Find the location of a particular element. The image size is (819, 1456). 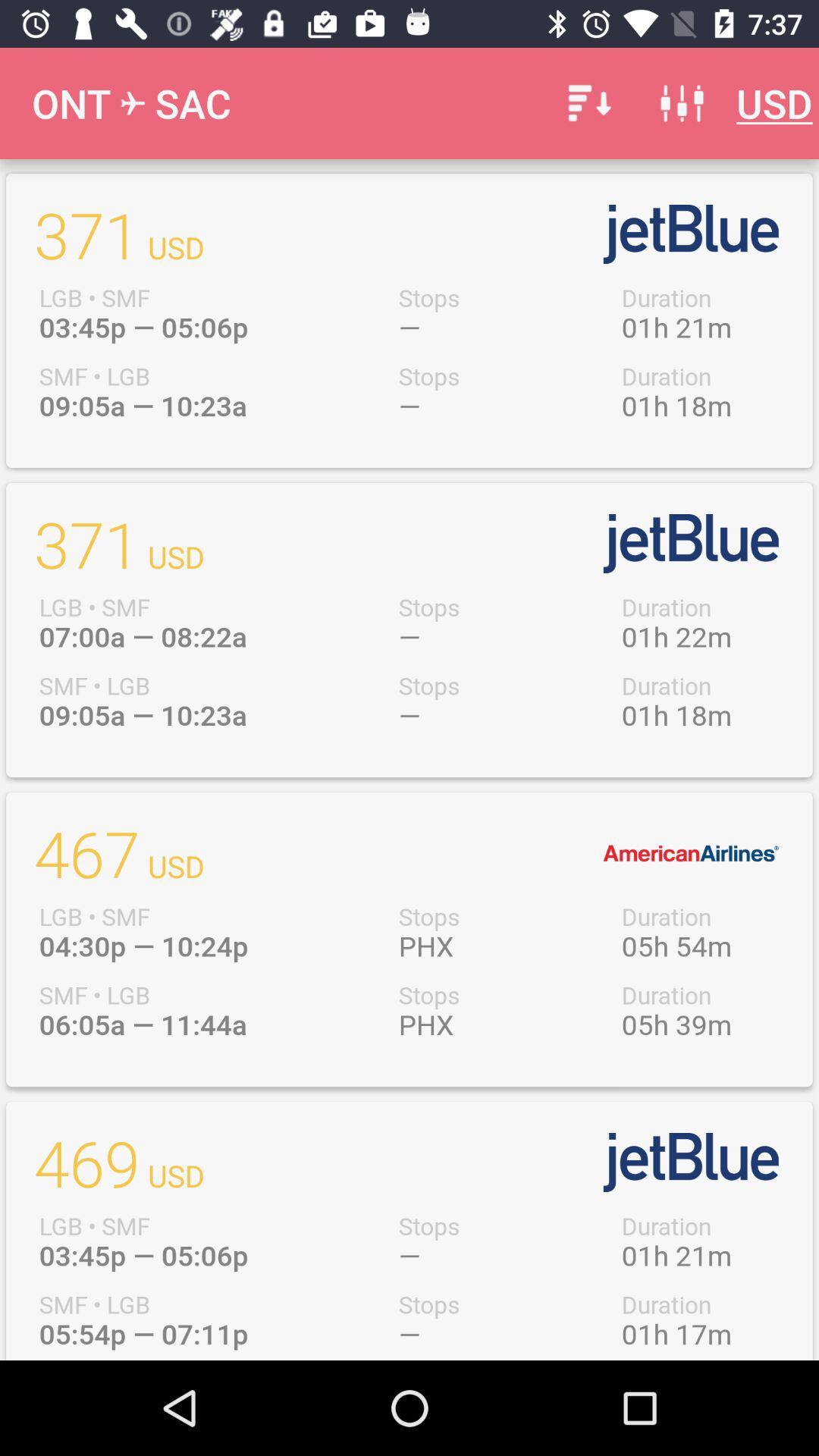

icon to the left of usd item is located at coordinates (681, 102).